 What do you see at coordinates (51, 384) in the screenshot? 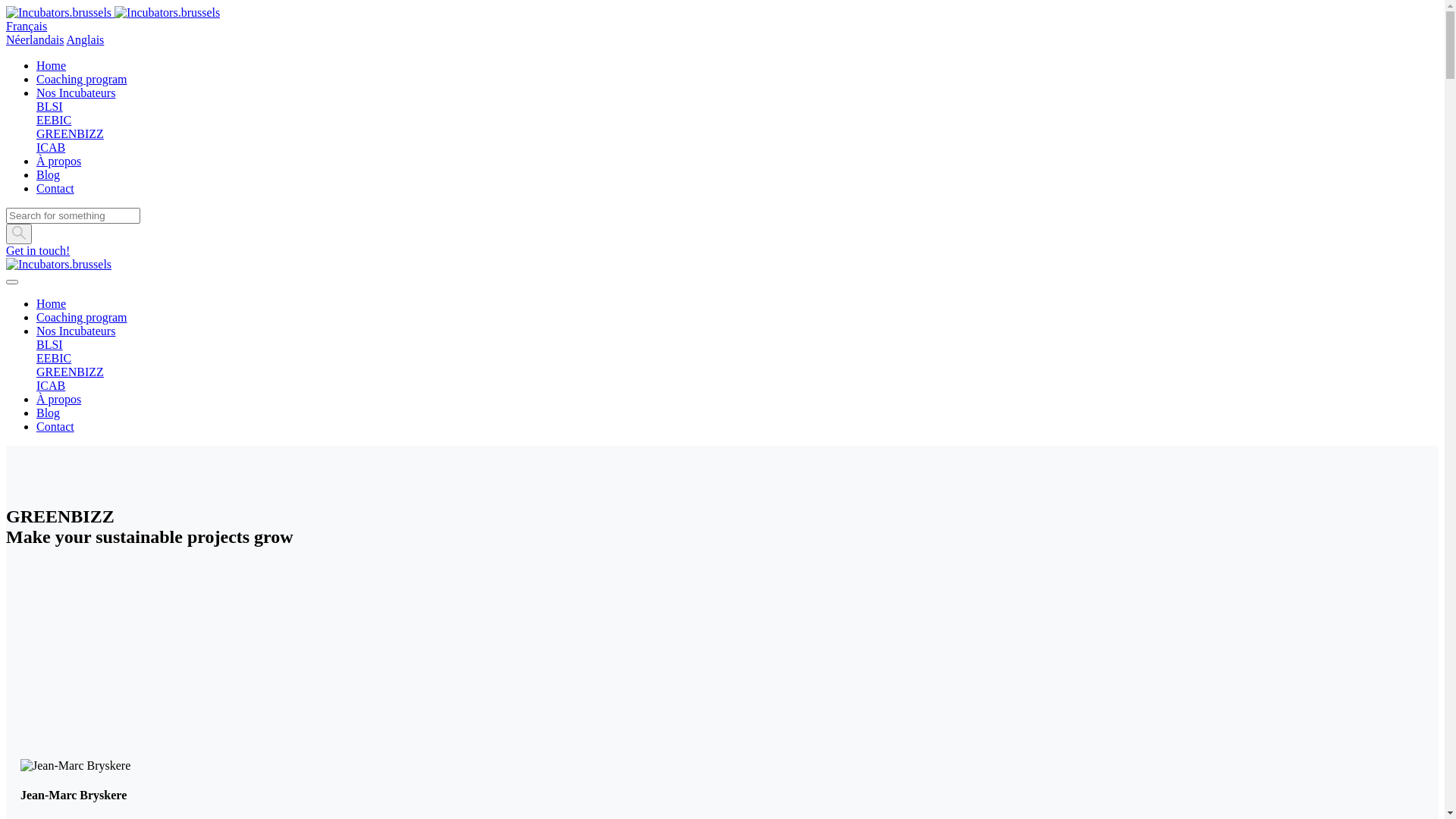
I see `'ICAB'` at bounding box center [51, 384].